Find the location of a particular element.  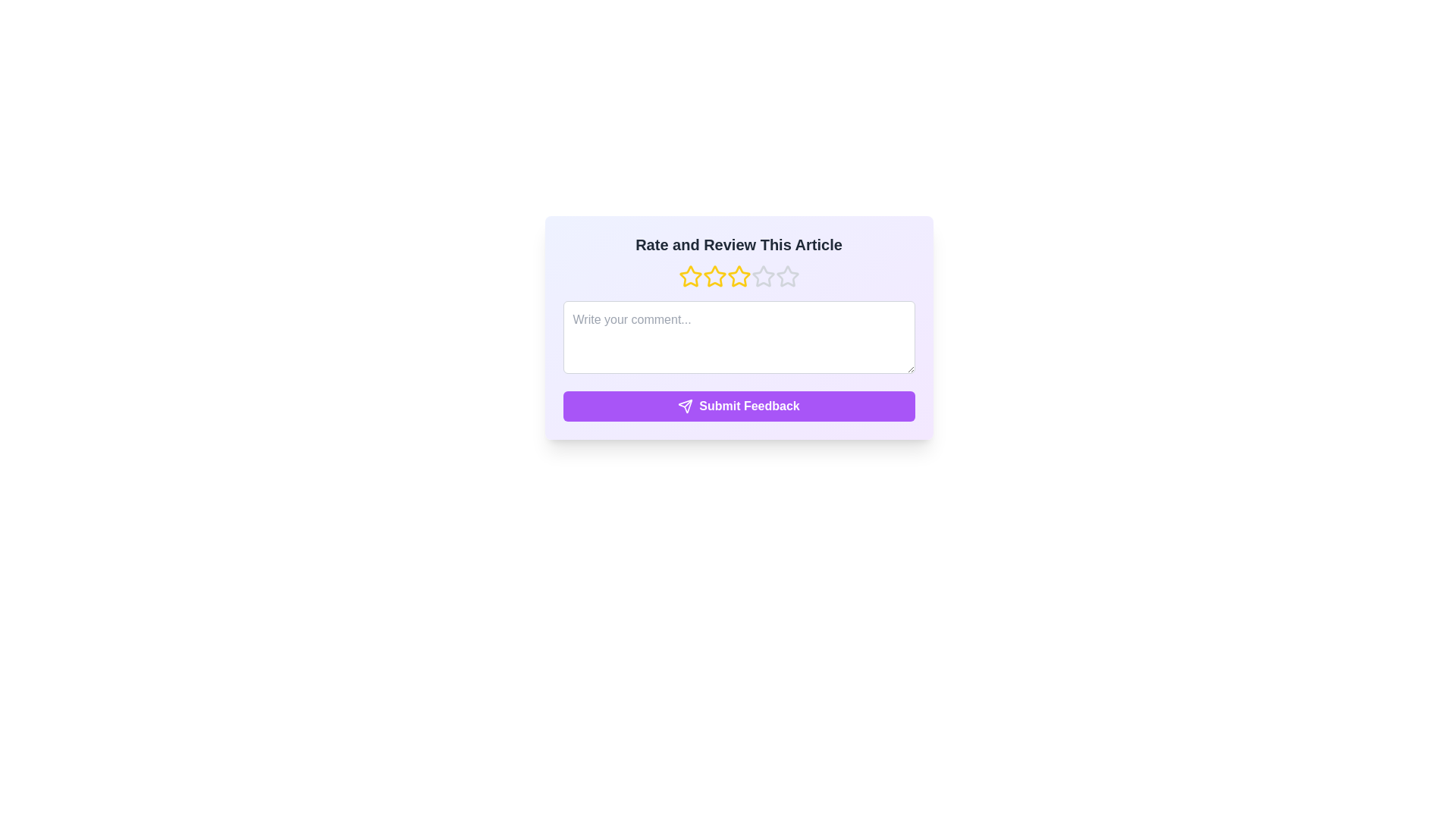

the rating to 3 stars by clicking on the corresponding star is located at coordinates (739, 277).